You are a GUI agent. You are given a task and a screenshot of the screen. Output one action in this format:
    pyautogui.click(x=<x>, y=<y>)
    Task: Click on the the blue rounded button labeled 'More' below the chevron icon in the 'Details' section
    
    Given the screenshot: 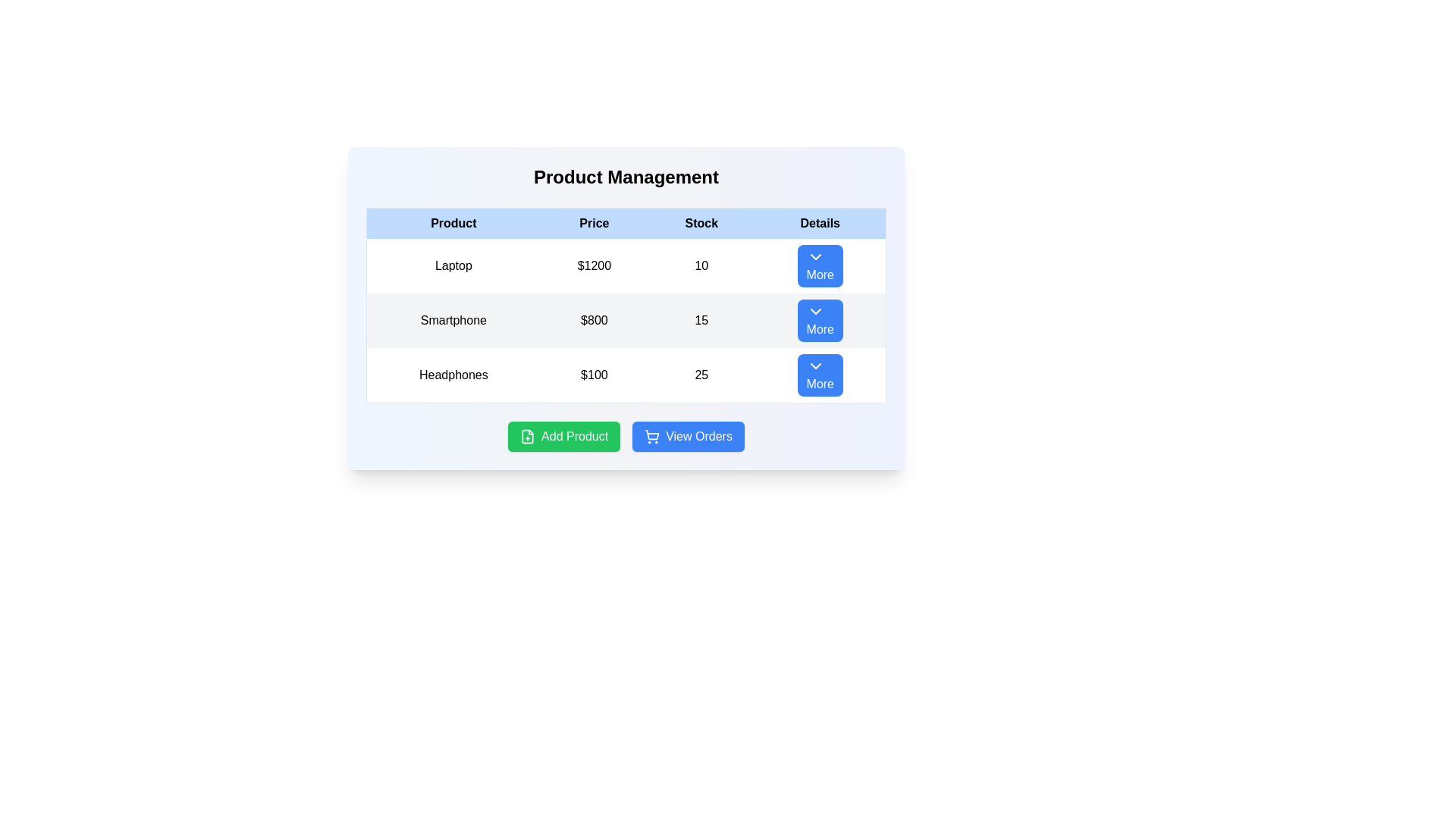 What is the action you would take?
    pyautogui.click(x=820, y=265)
    